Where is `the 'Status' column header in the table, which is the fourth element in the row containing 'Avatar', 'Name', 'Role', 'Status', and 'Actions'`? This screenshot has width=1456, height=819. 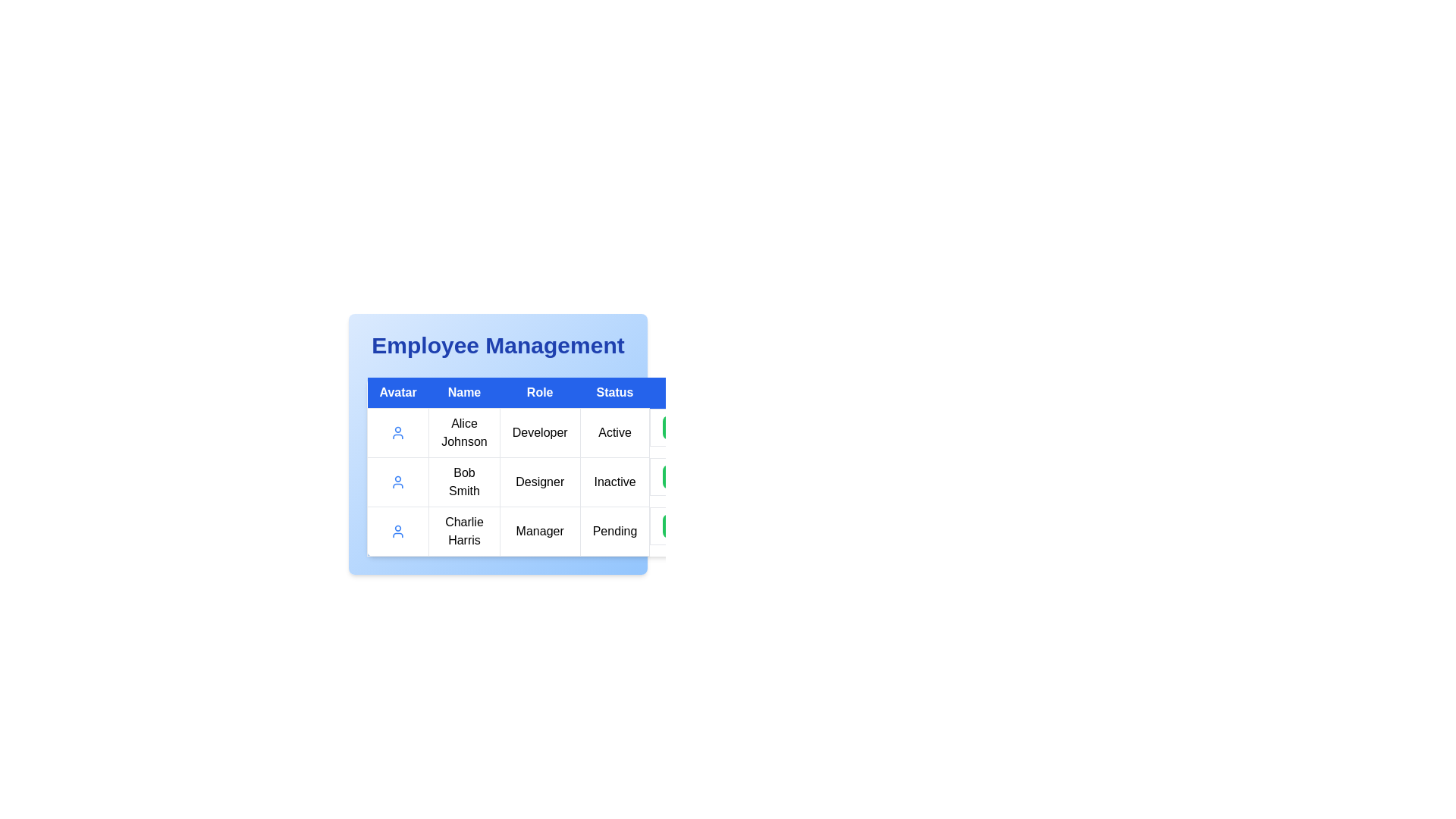
the 'Status' column header in the table, which is the fourth element in the row containing 'Avatar', 'Name', 'Role', 'Status', and 'Actions' is located at coordinates (615, 392).